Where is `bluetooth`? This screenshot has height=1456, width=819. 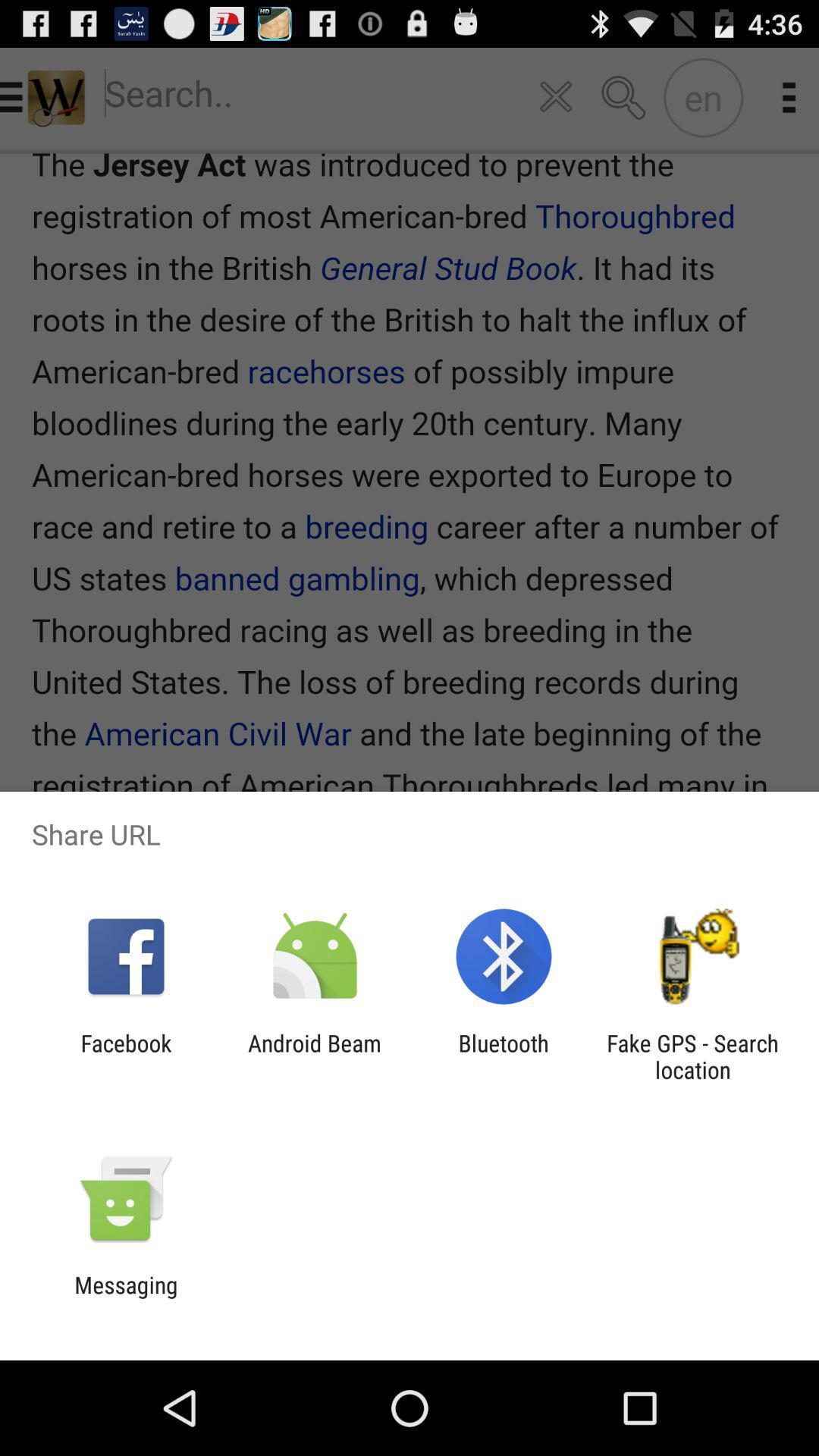
bluetooth is located at coordinates (504, 1056).